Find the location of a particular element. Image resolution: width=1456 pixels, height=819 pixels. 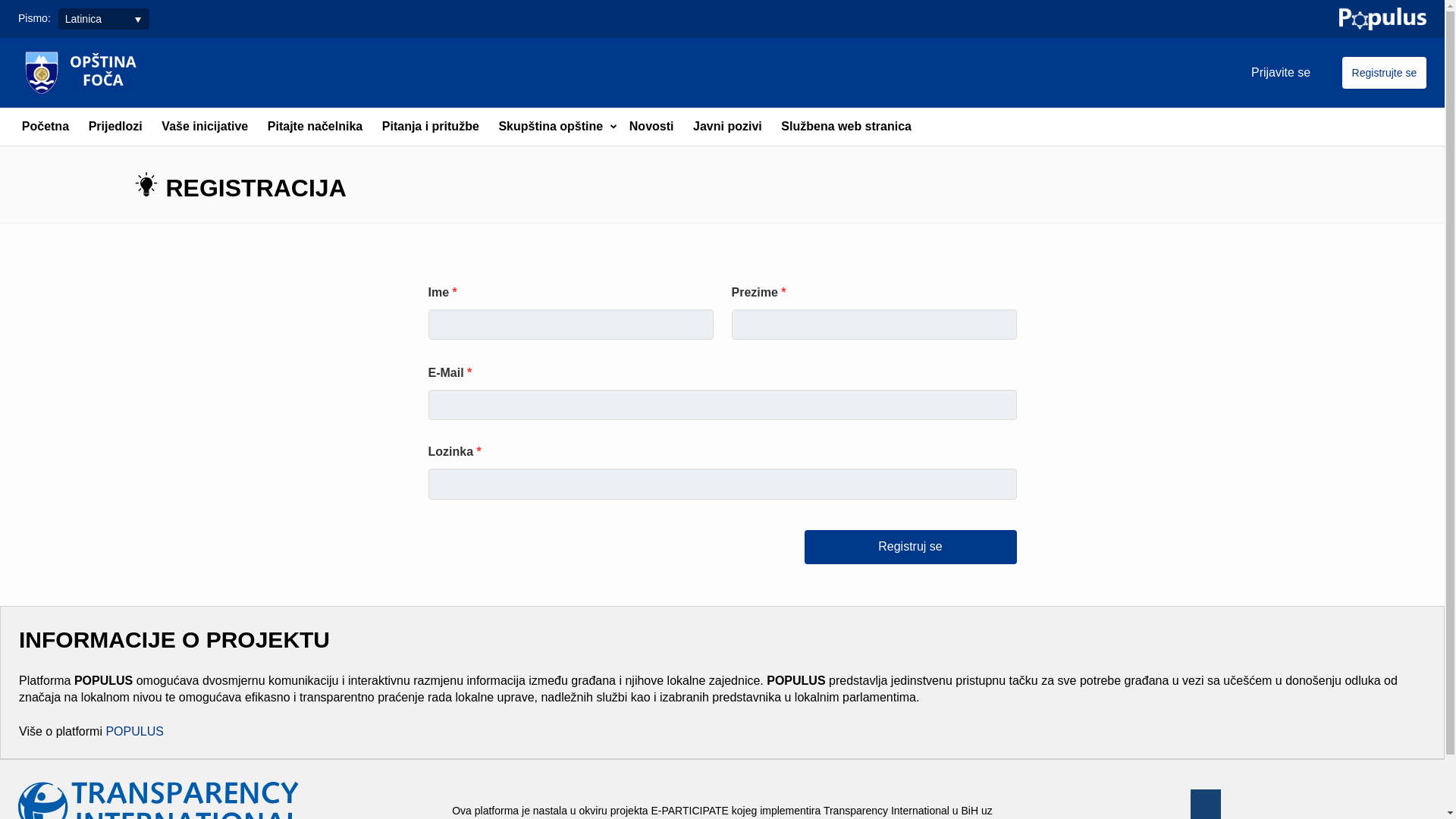

'Registrujte se' is located at coordinates (1384, 73).